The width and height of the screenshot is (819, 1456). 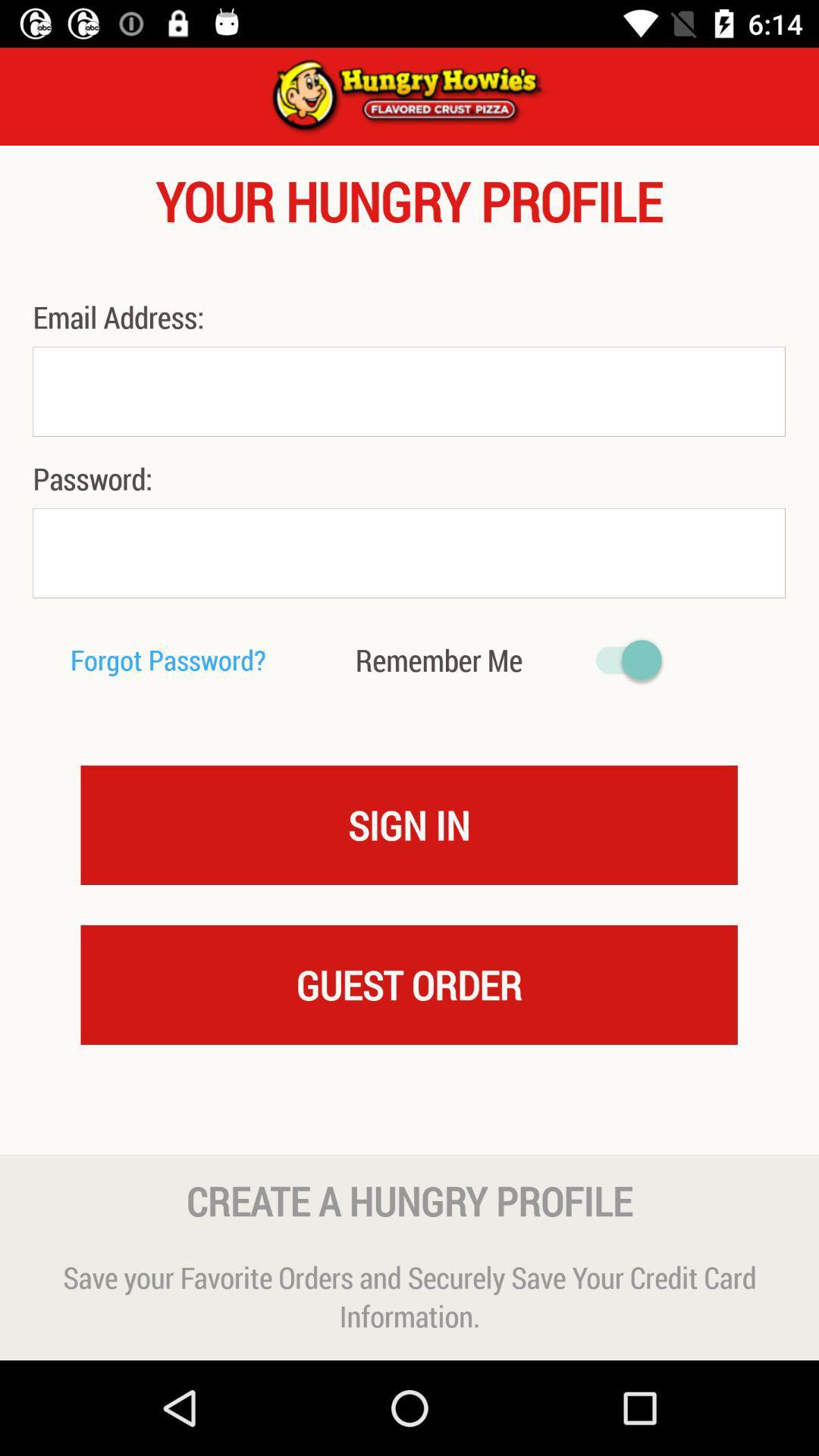 What do you see at coordinates (408, 391) in the screenshot?
I see `email address` at bounding box center [408, 391].